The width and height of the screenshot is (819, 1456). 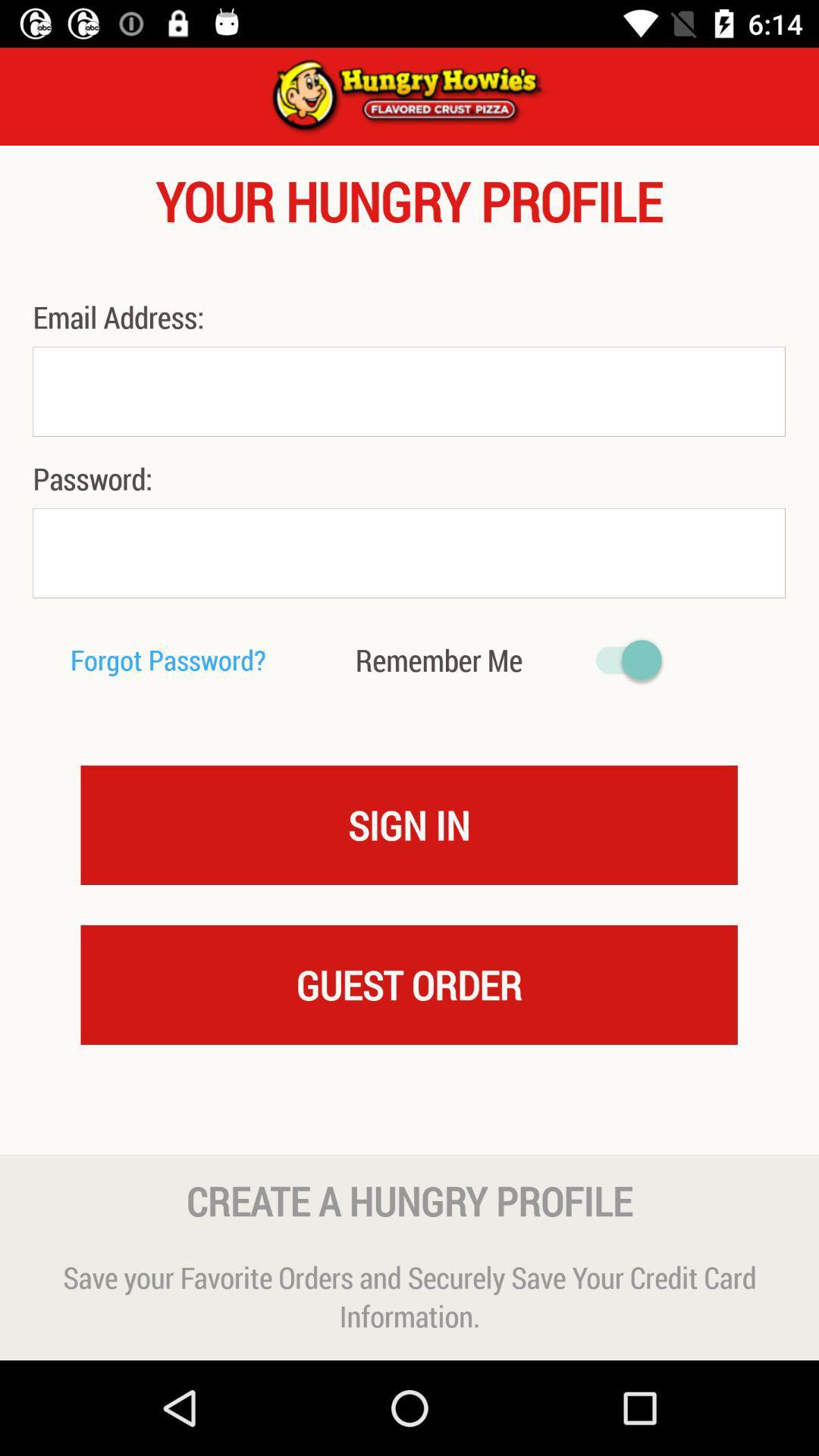 What do you see at coordinates (408, 391) in the screenshot?
I see `email address` at bounding box center [408, 391].